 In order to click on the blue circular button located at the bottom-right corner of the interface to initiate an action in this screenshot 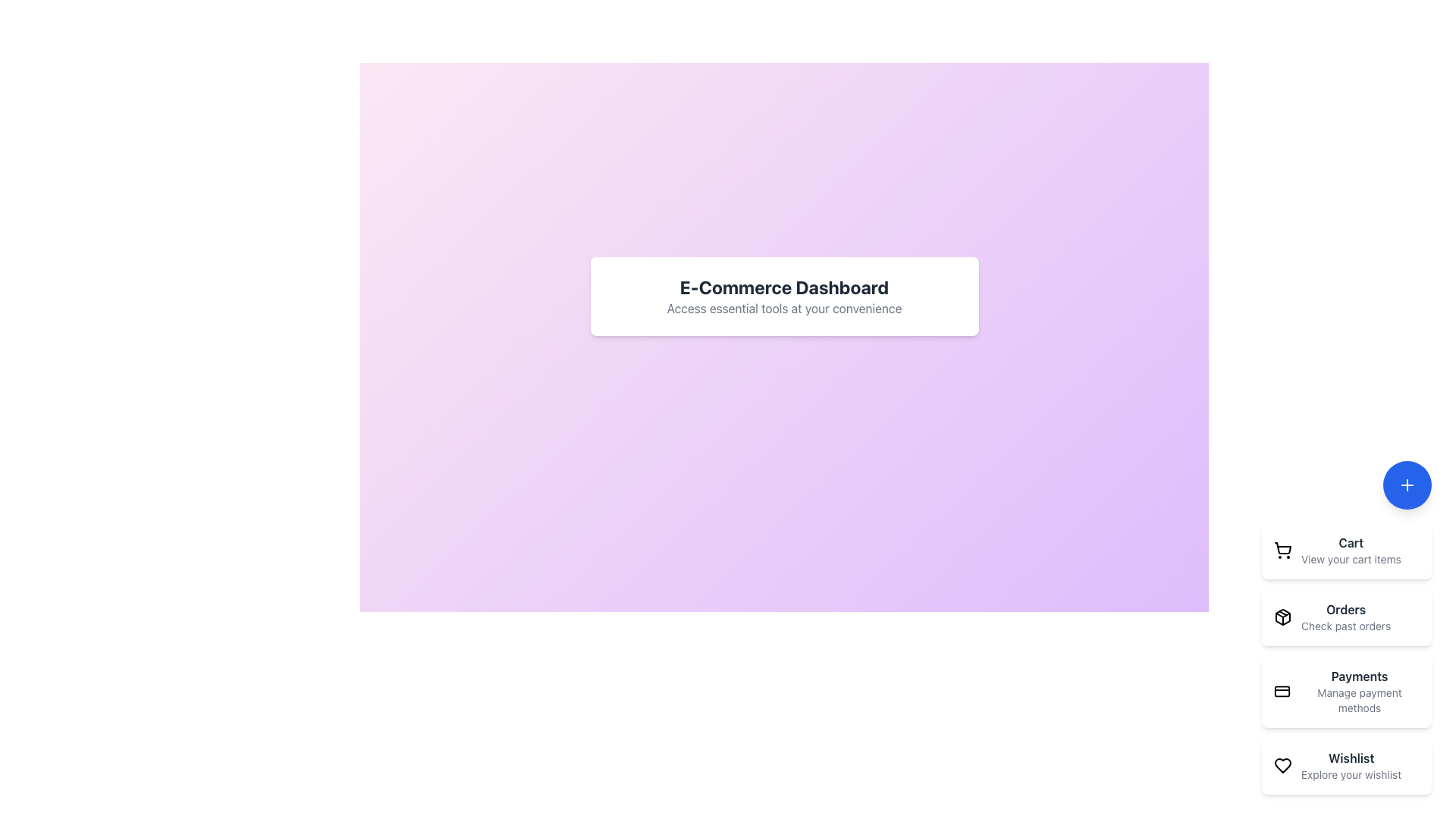, I will do `click(1407, 485)`.